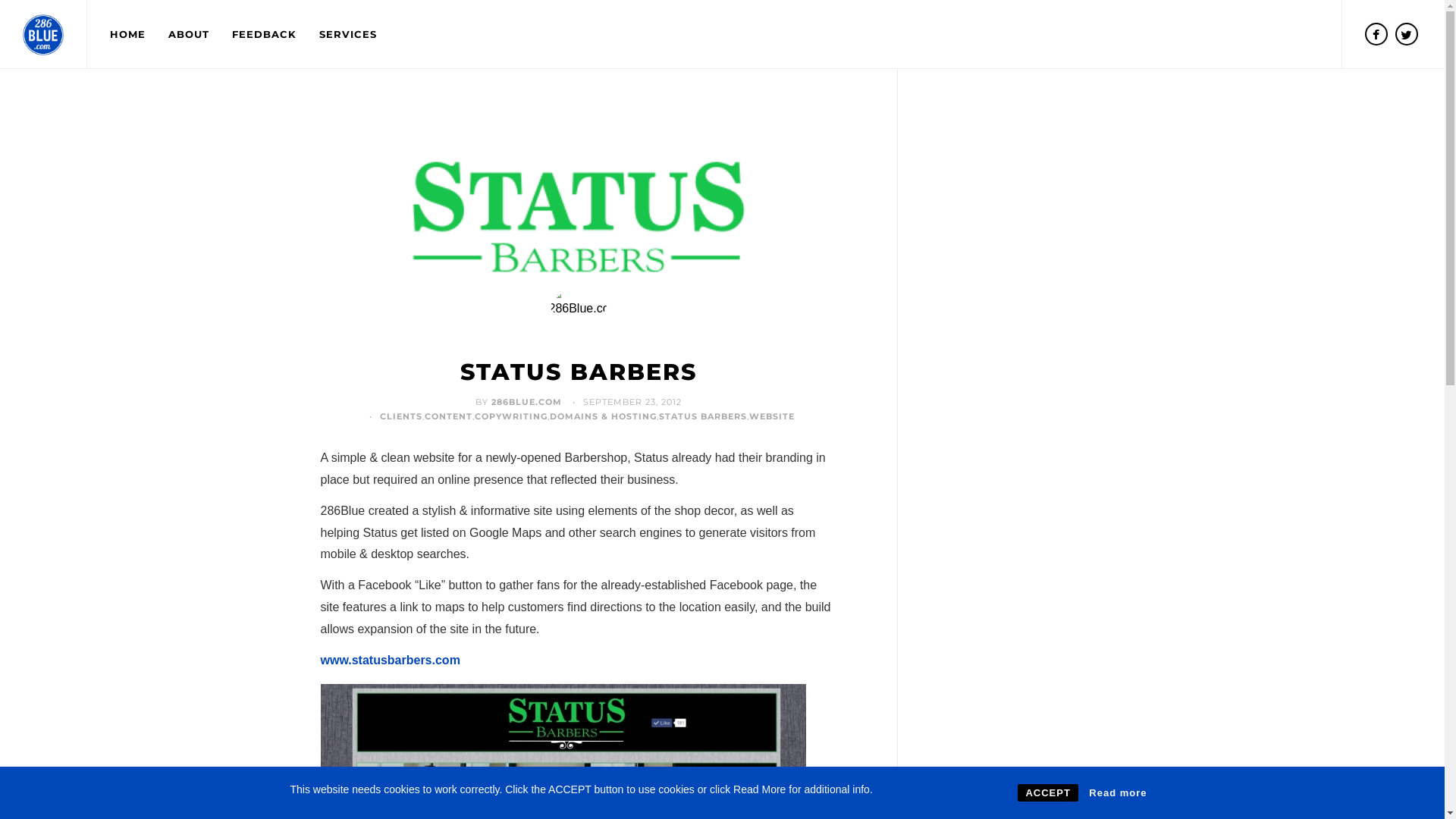  Describe the element at coordinates (526, 400) in the screenshot. I see `'286BLUE.COM'` at that location.